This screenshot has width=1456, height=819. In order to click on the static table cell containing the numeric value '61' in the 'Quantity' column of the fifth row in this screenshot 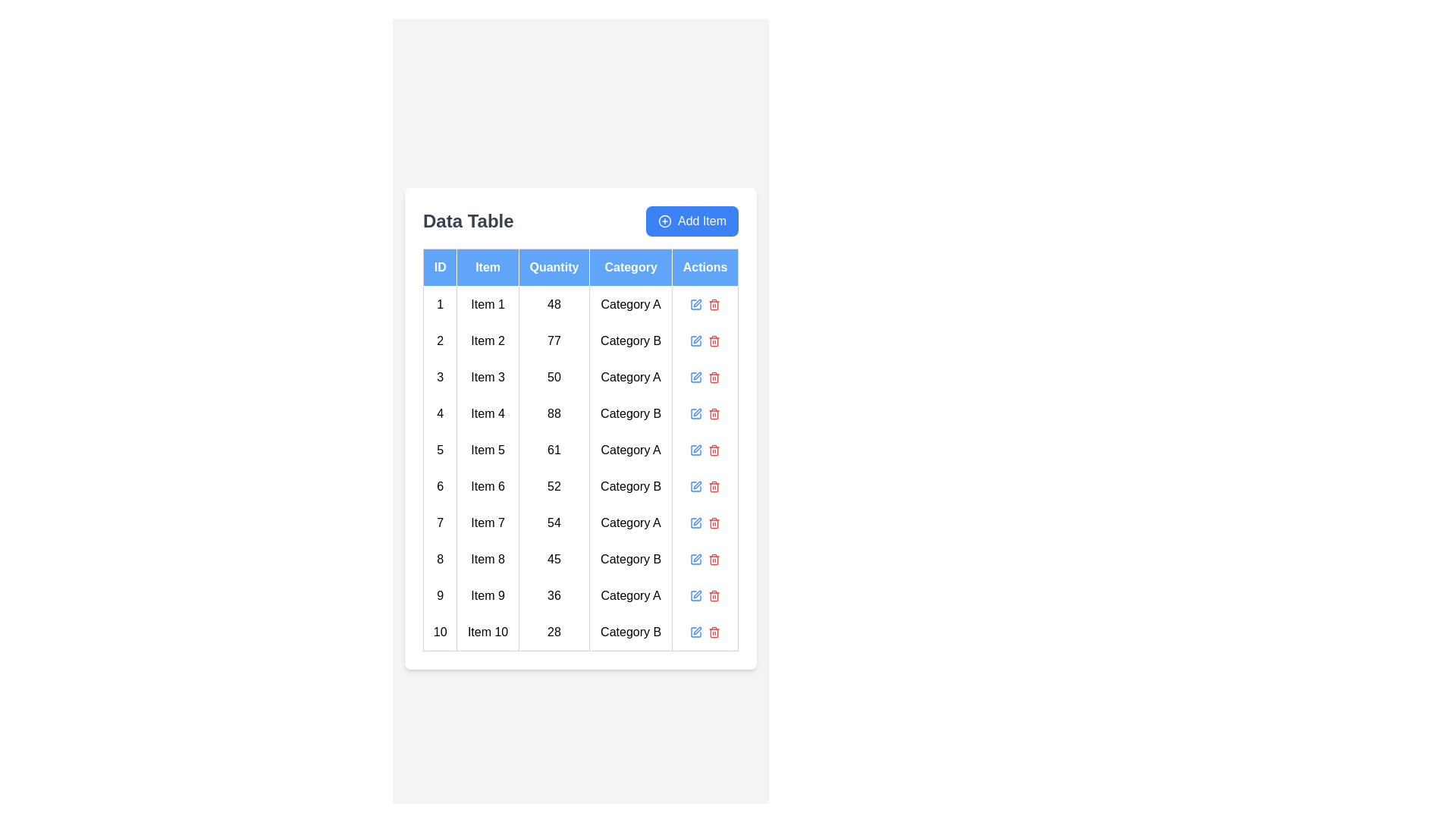, I will do `click(553, 449)`.